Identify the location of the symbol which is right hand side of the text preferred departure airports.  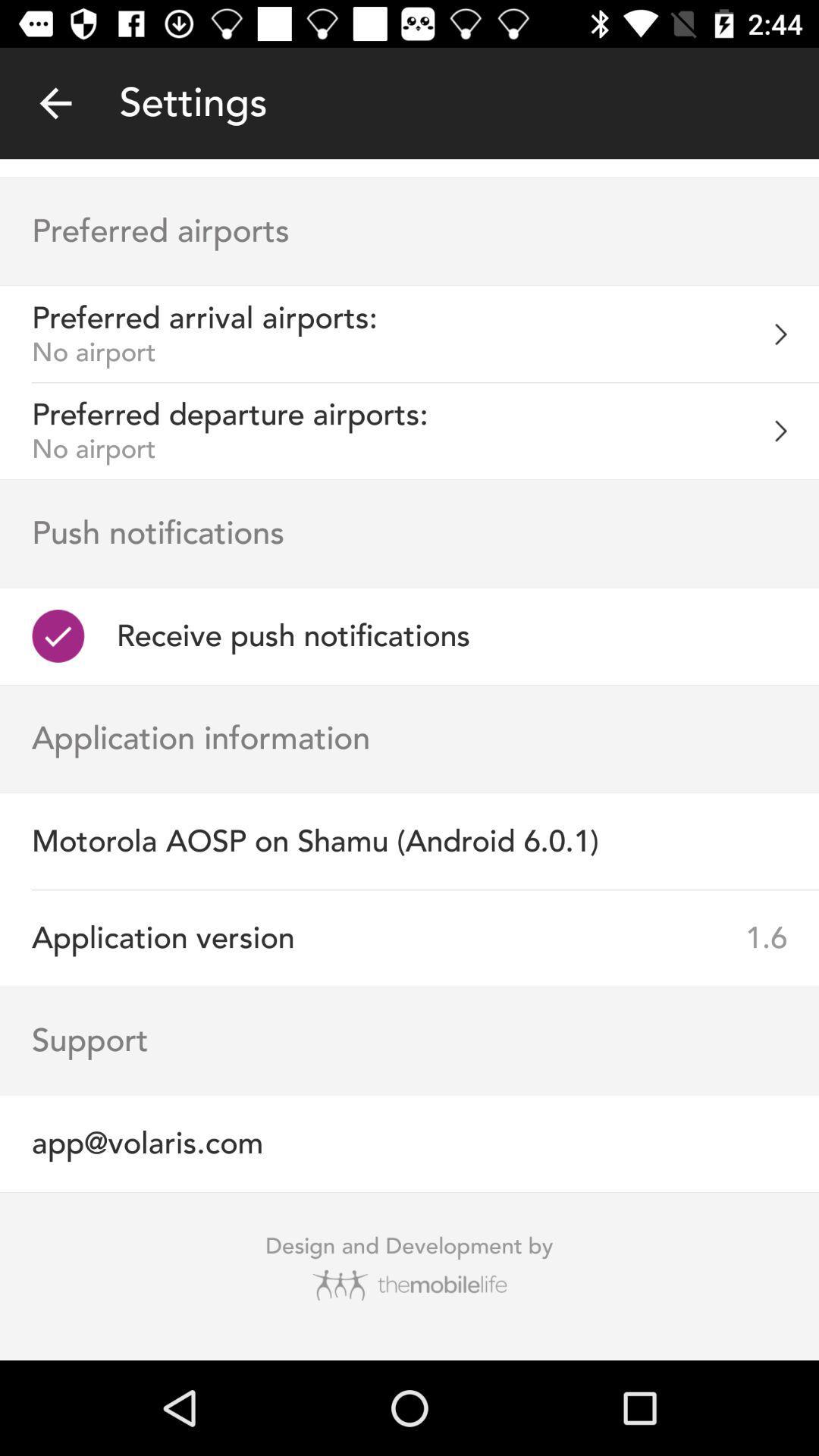
(795, 431).